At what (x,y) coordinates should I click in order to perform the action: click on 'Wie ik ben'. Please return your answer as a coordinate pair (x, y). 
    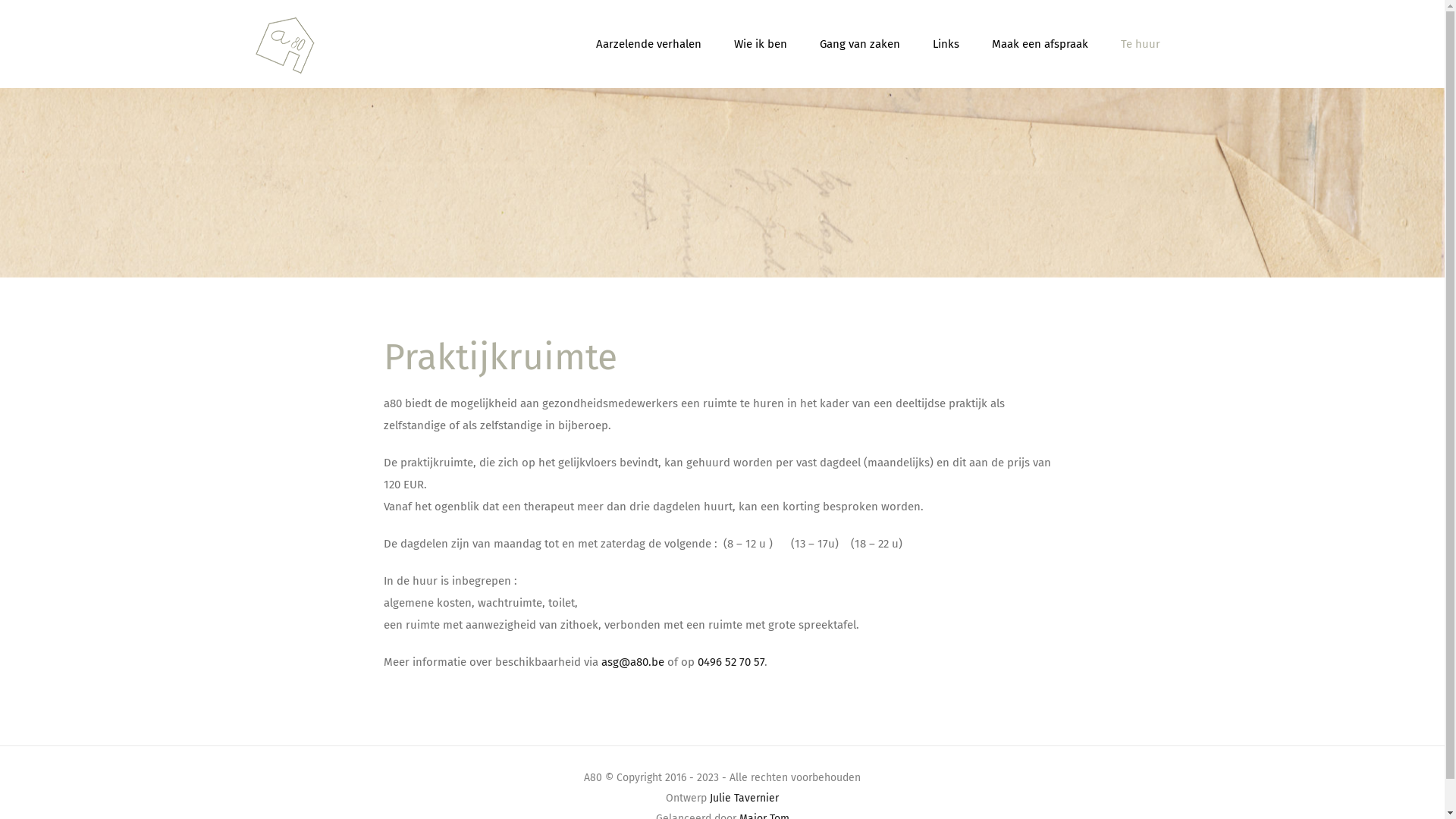
    Looking at the image, I should click on (761, 42).